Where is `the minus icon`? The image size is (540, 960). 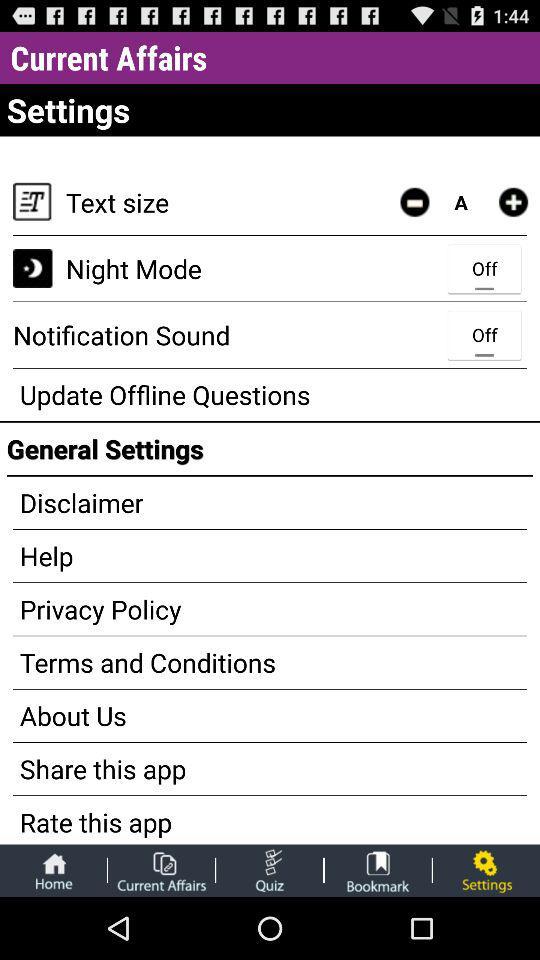
the minus icon is located at coordinates (413, 216).